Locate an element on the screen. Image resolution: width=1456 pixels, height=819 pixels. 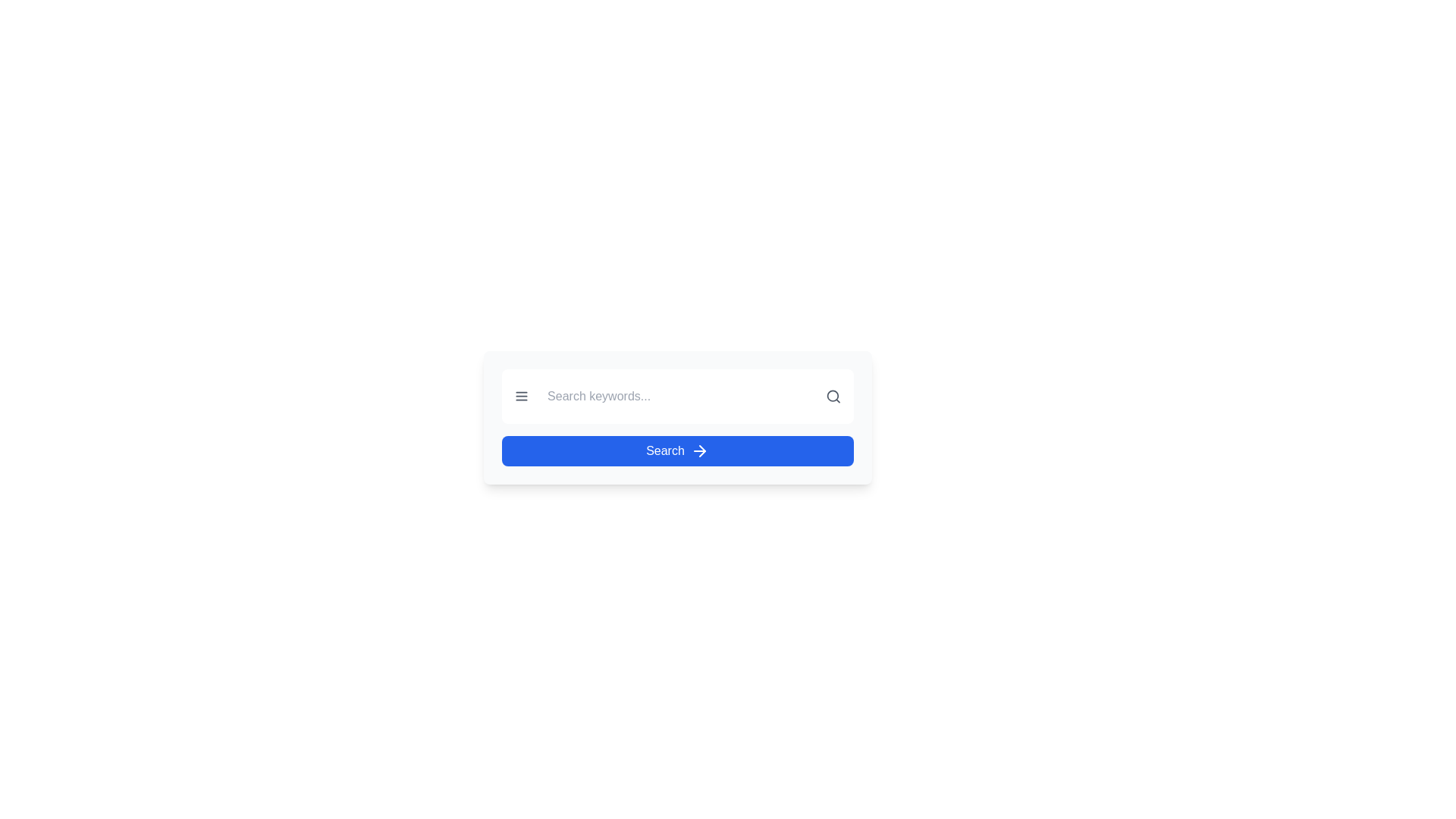
the text label indicating the purpose of the associated search button by moving the cursor to its center for reading is located at coordinates (665, 450).